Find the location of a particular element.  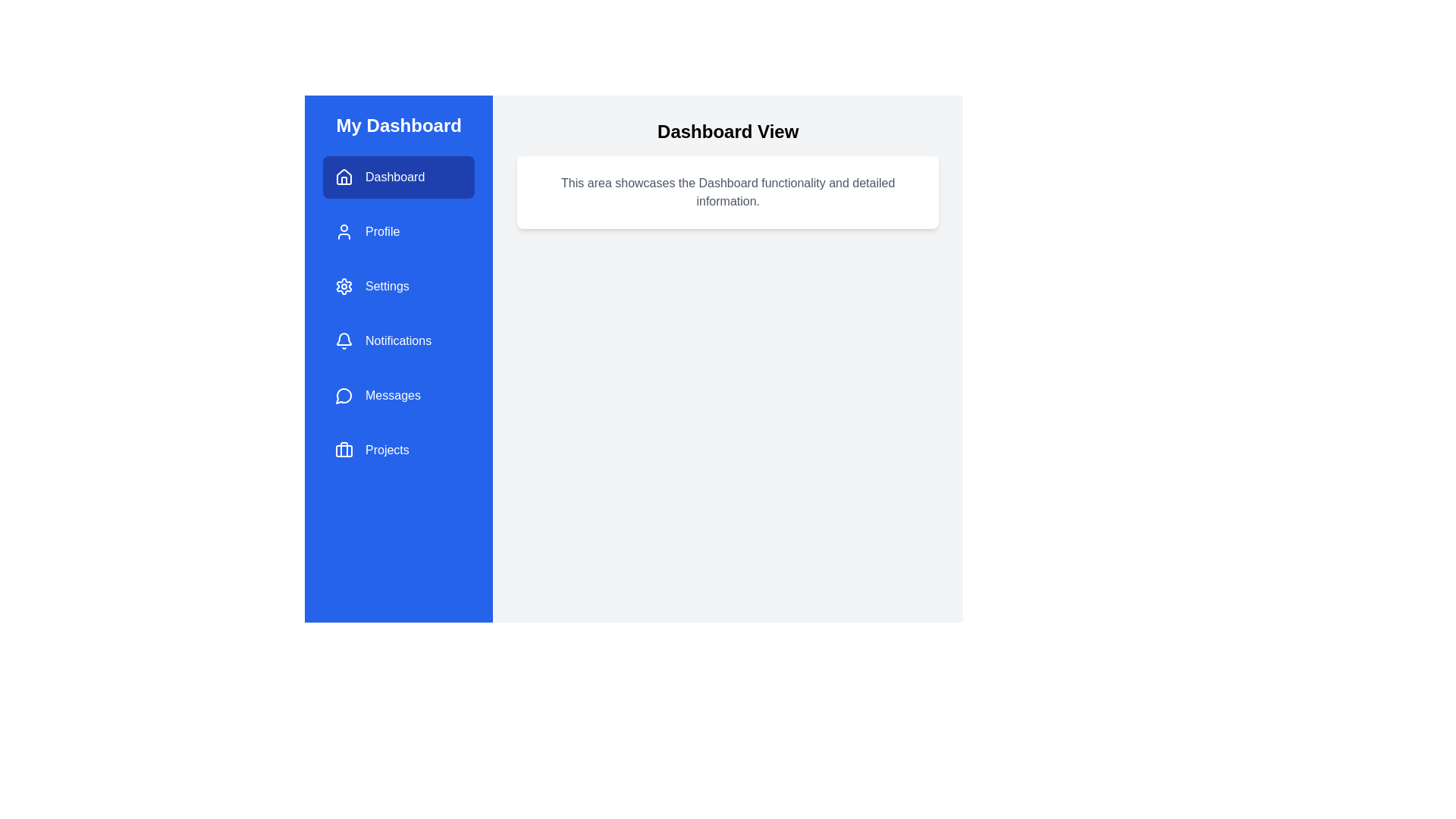

the menu item Profile to navigate to its corresponding section is located at coordinates (399, 231).